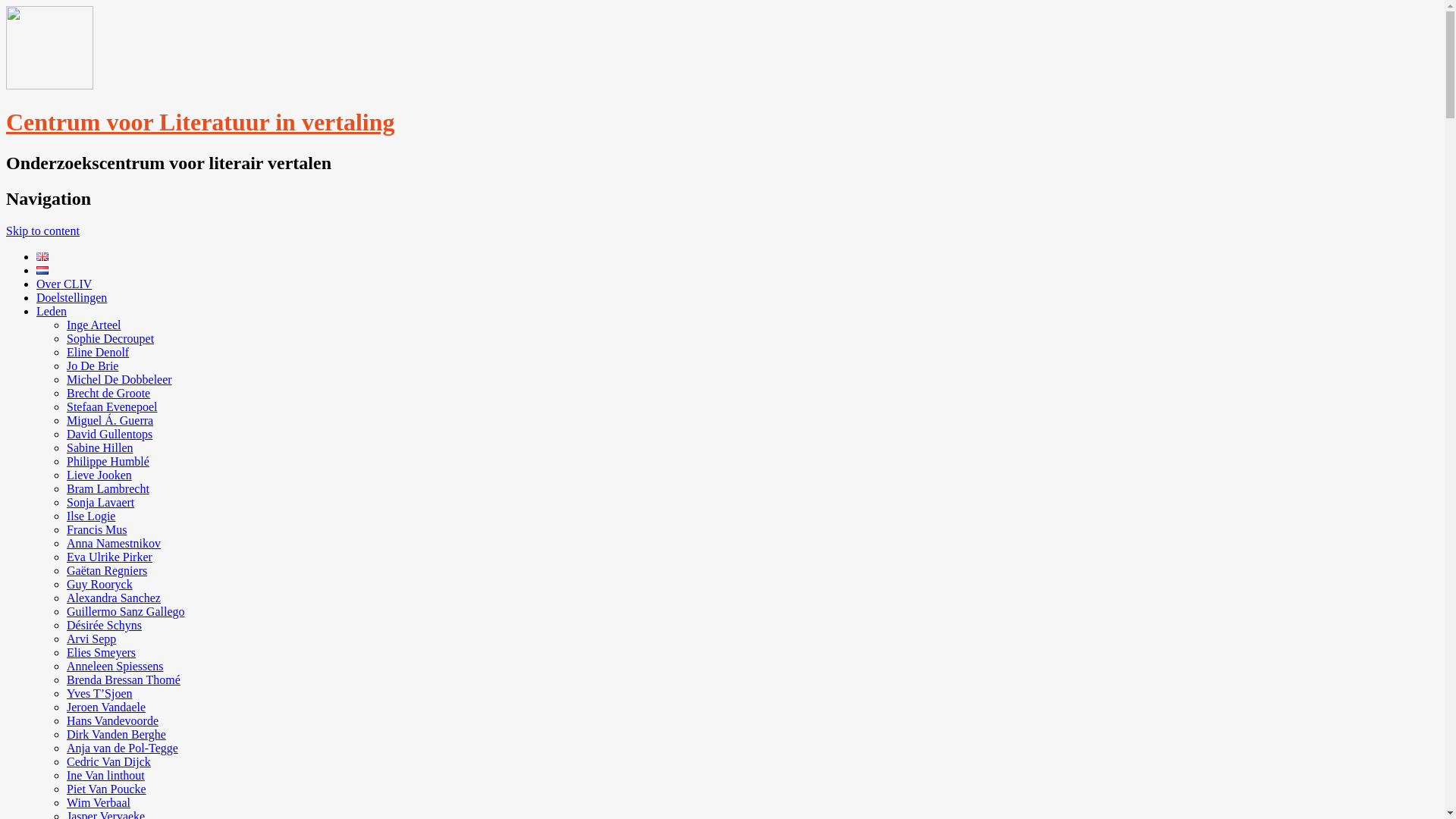 Image resolution: width=1456 pixels, height=819 pixels. Describe the element at coordinates (71, 297) in the screenshot. I see `'Doelstellingen'` at that location.